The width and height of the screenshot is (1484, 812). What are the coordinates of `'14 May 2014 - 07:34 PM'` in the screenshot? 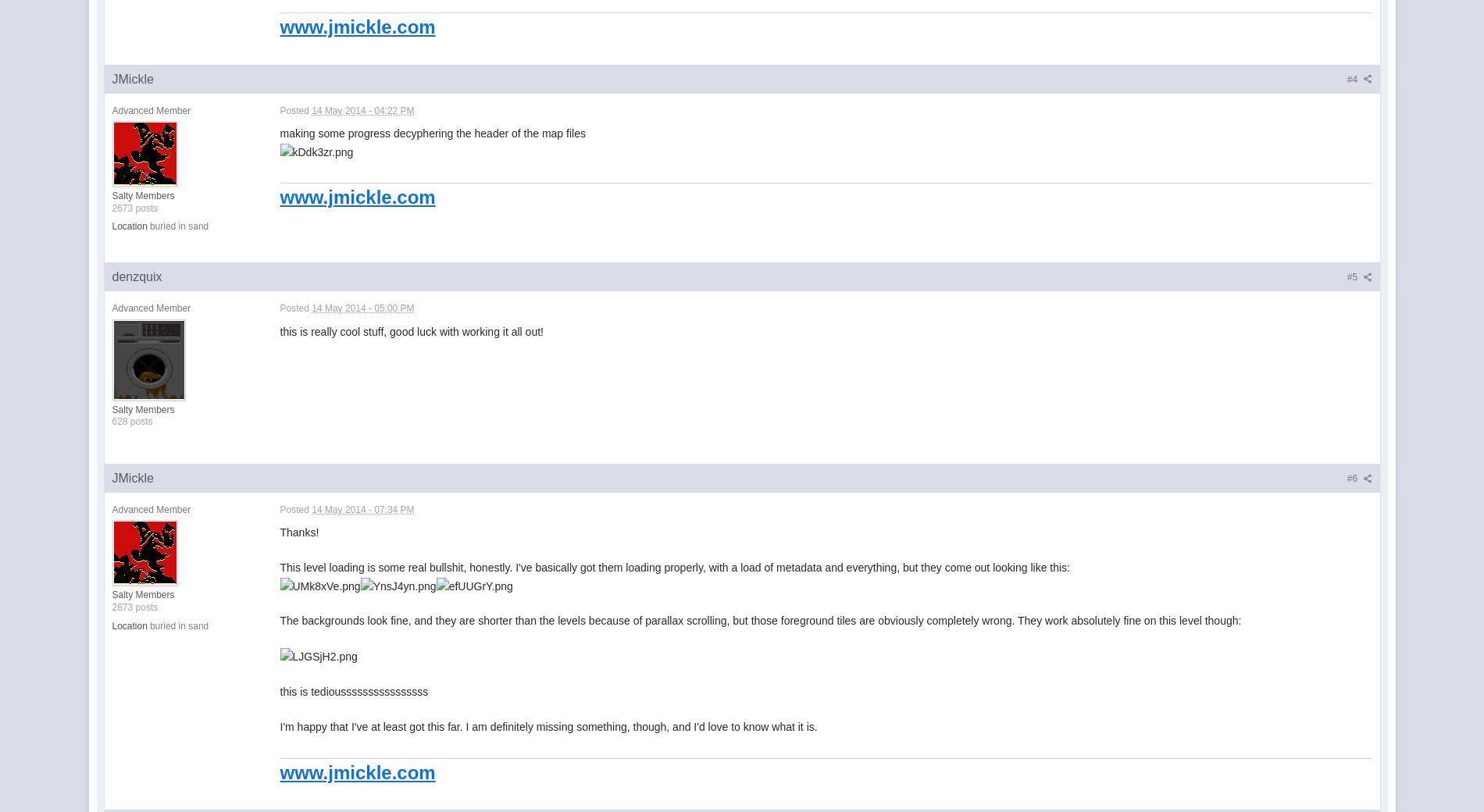 It's located at (311, 508).